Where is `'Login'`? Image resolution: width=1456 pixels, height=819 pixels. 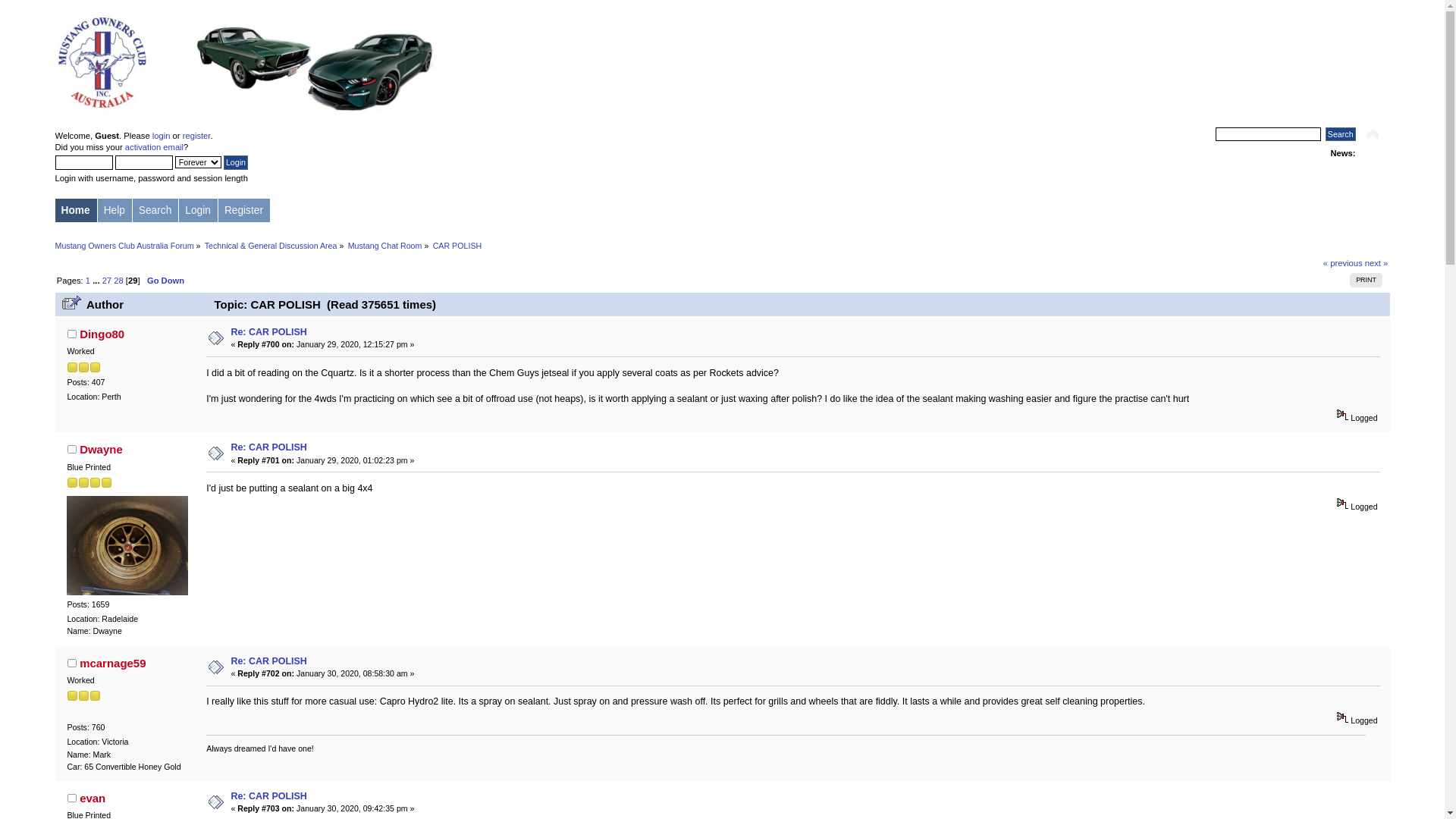 'Login' is located at coordinates (198, 210).